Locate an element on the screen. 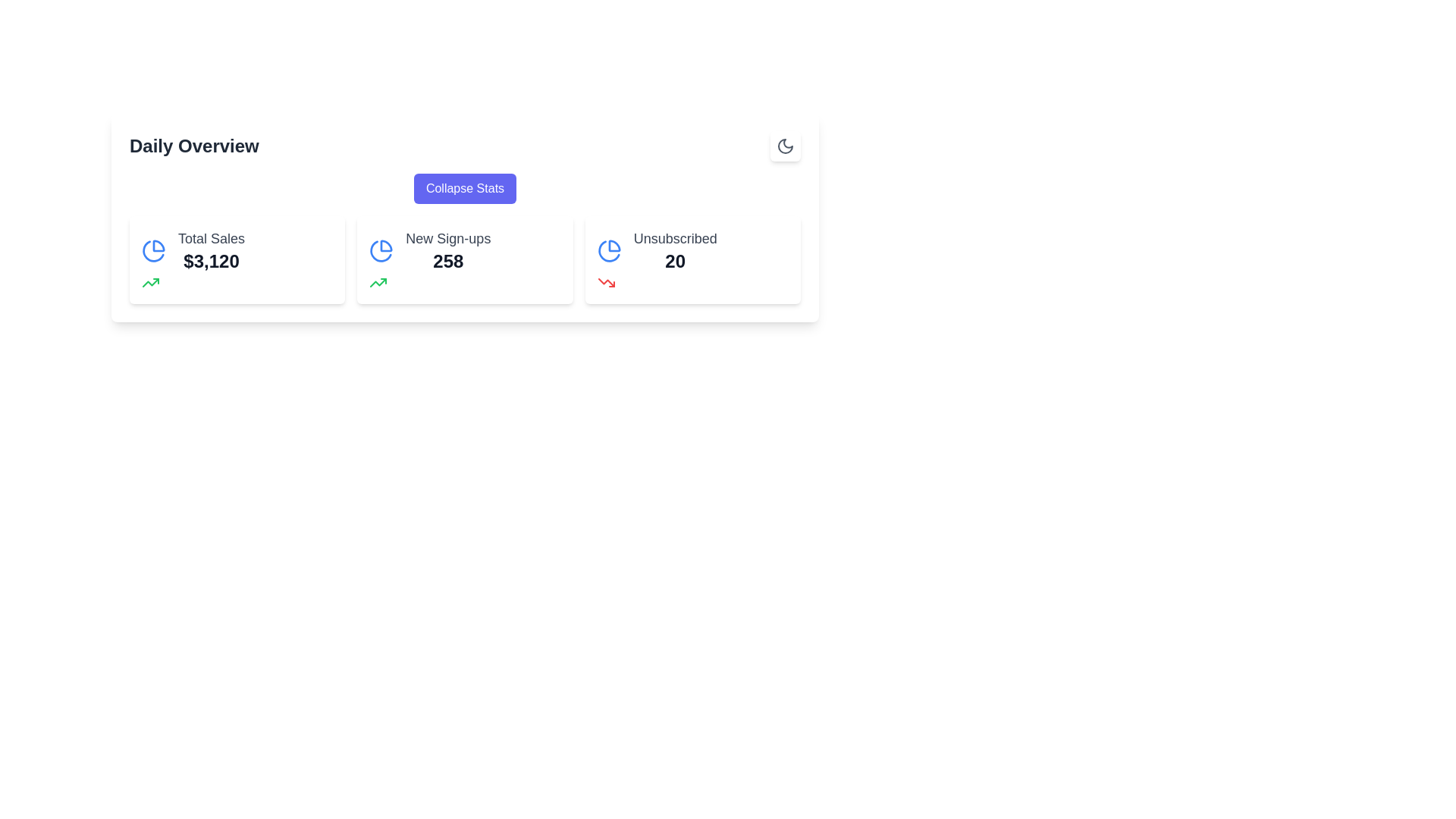  the visual proportions of the top segment of the pie chart icon located in the 'Total Sales' card under the 'Daily Overview' section is located at coordinates (158, 245).